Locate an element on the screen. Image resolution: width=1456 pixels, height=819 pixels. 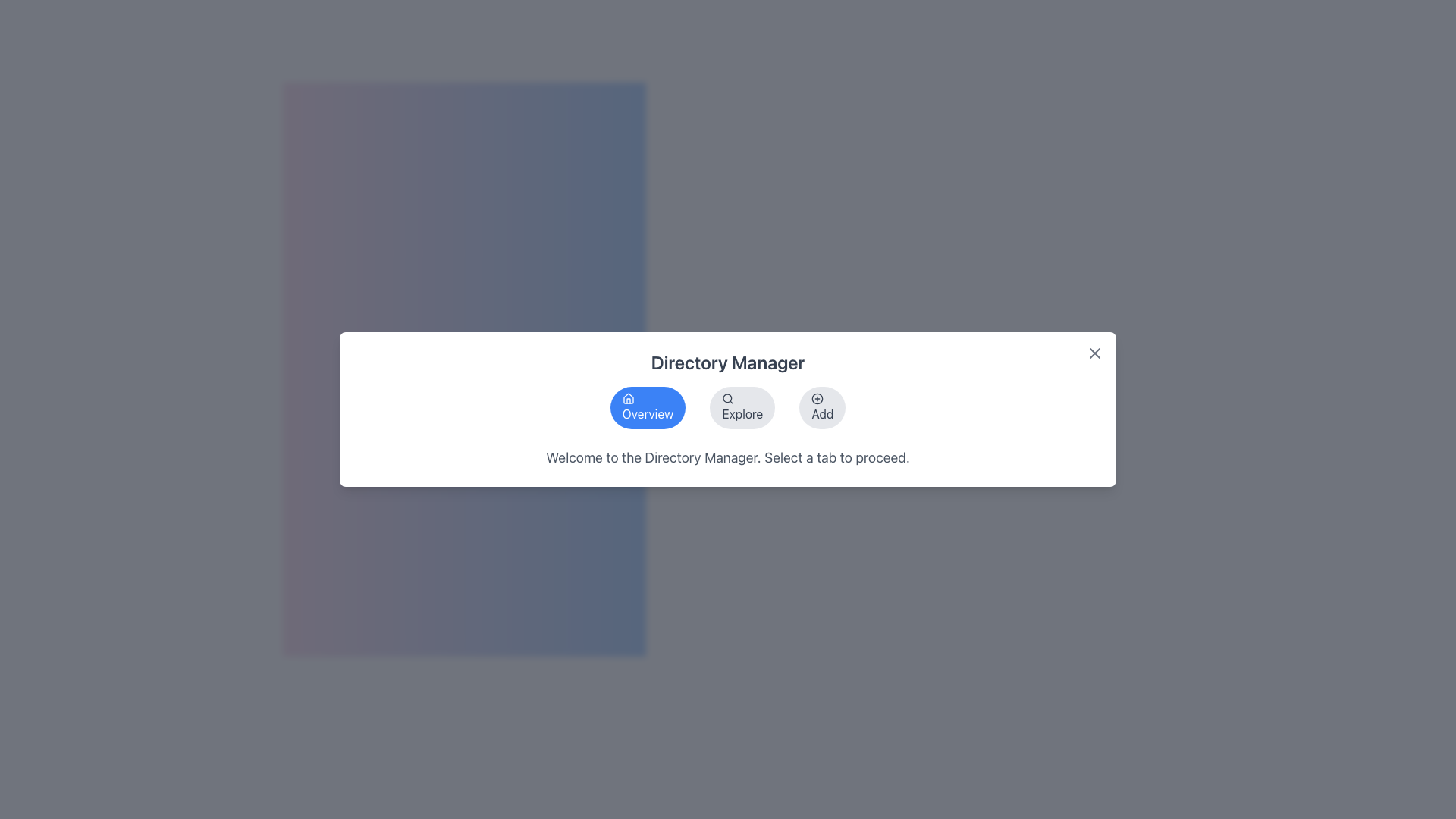
text label displaying 'Welcome to the Directory Manager. Select a tab to proceed.' located at the bottom of the dialog box is located at coordinates (728, 457).